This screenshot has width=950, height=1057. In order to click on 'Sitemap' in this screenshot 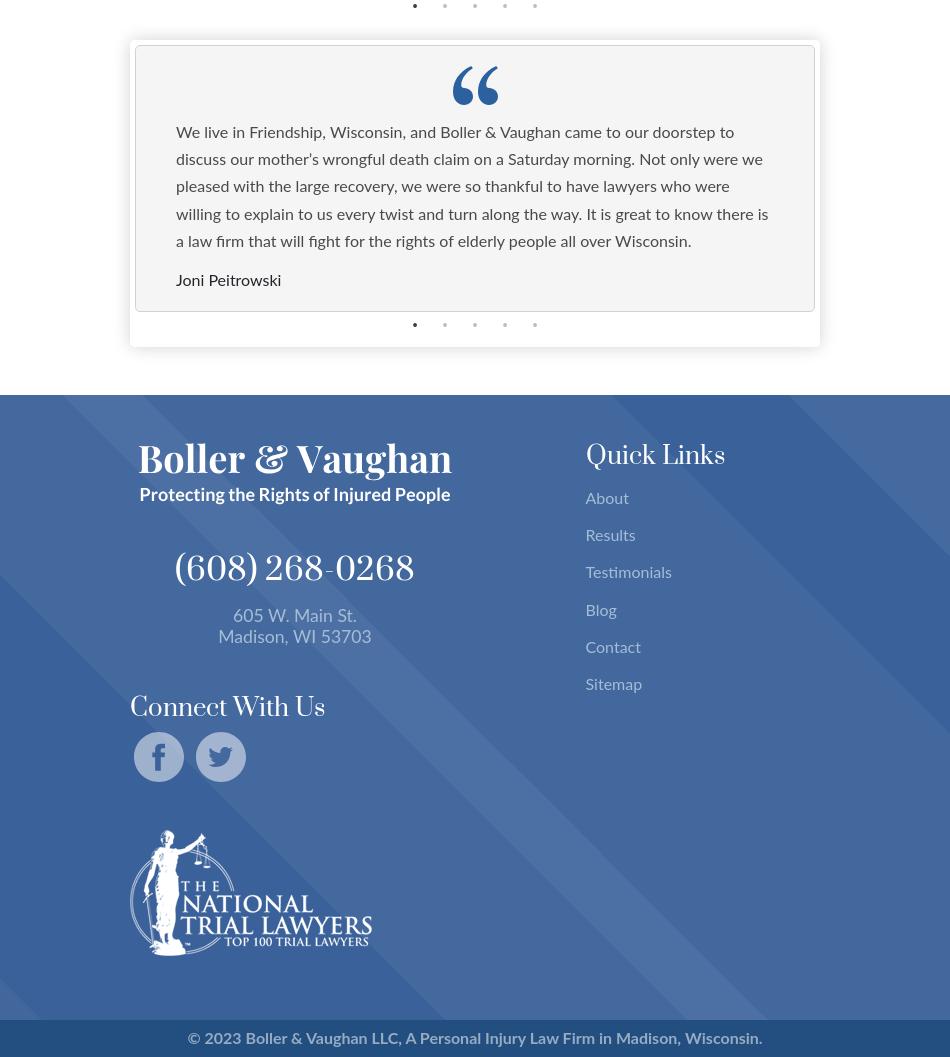, I will do `click(613, 682)`.